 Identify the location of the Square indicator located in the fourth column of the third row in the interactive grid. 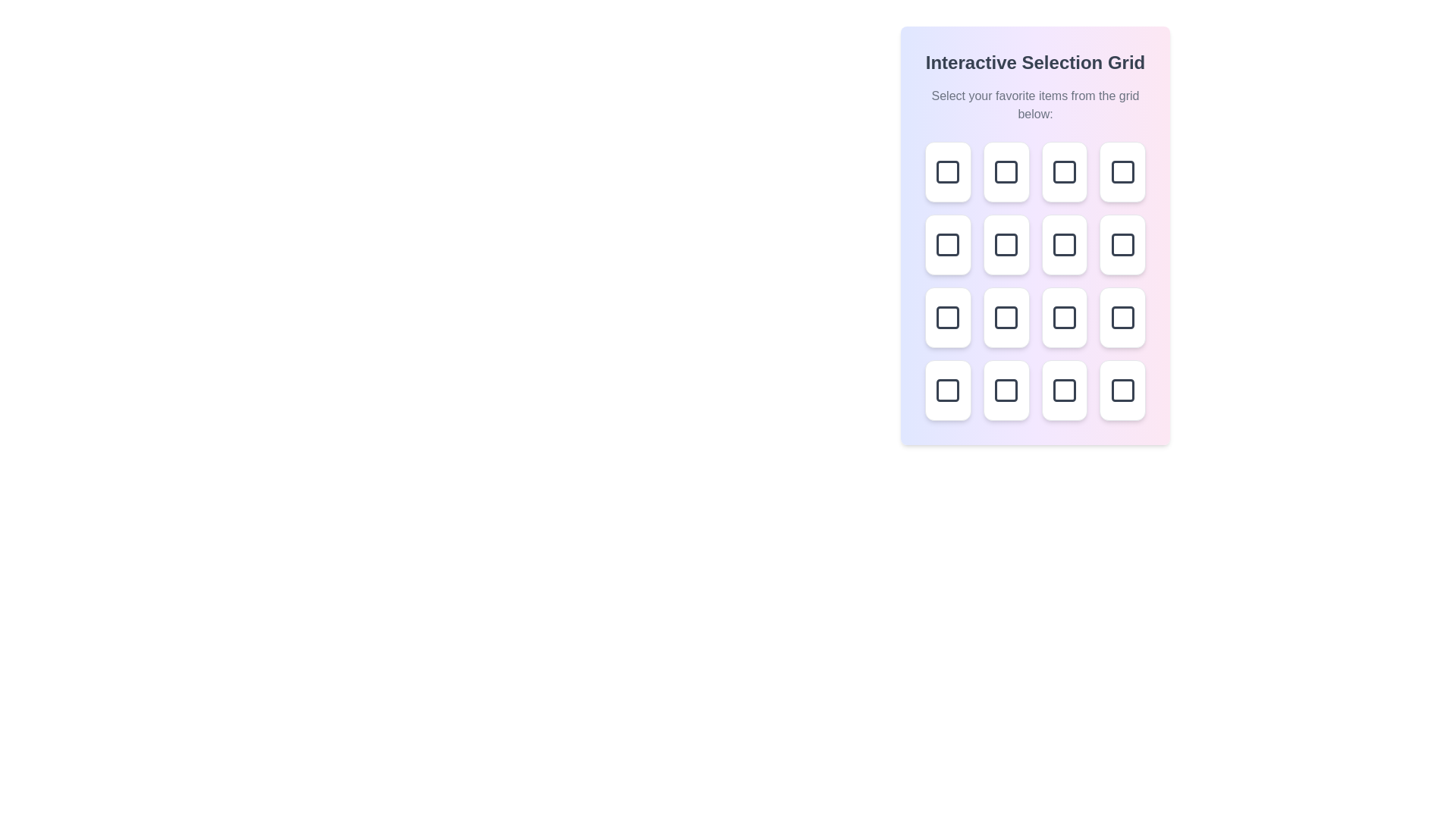
(1063, 317).